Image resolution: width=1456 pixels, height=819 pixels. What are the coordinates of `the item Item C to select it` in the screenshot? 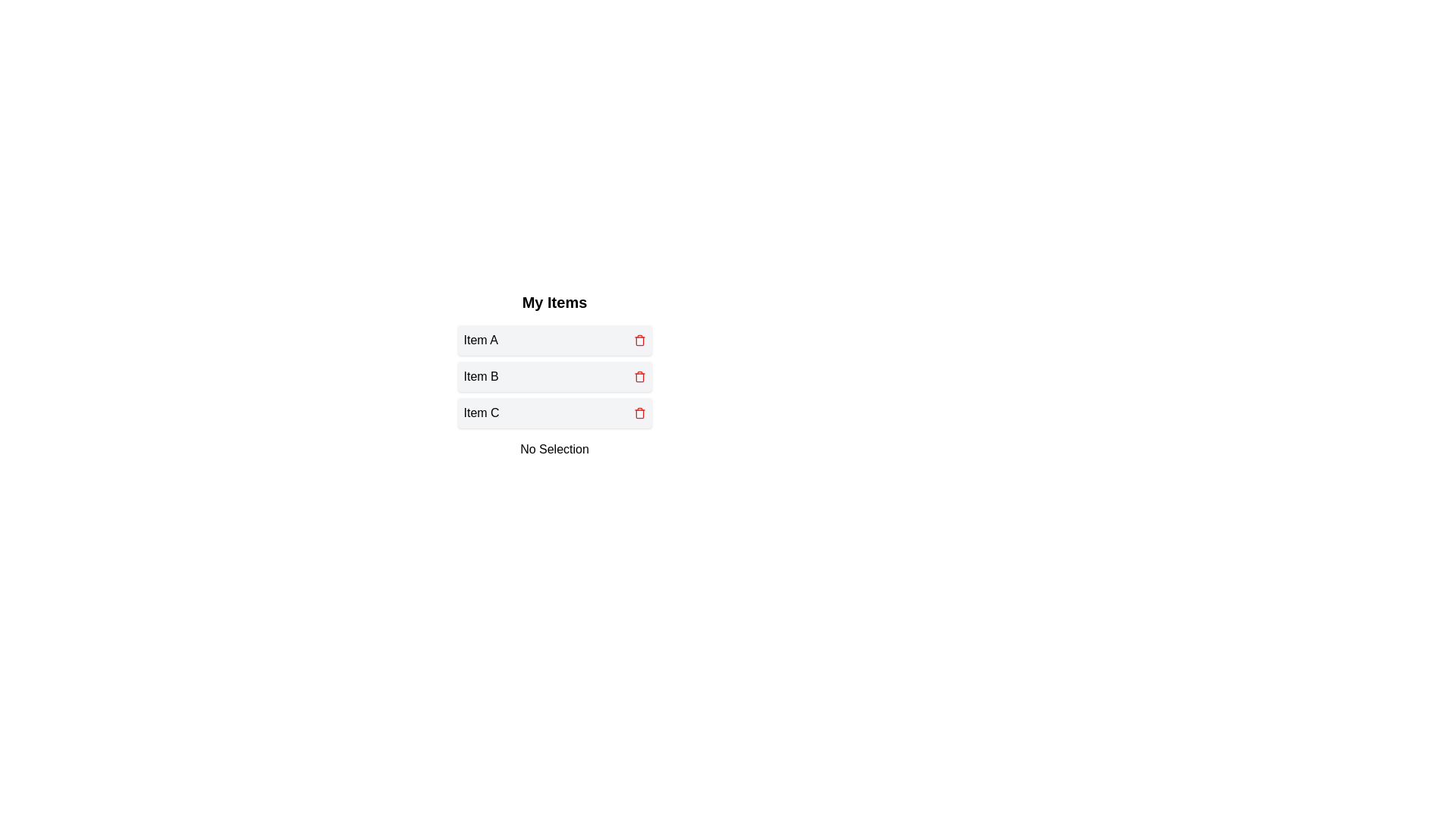 It's located at (554, 413).